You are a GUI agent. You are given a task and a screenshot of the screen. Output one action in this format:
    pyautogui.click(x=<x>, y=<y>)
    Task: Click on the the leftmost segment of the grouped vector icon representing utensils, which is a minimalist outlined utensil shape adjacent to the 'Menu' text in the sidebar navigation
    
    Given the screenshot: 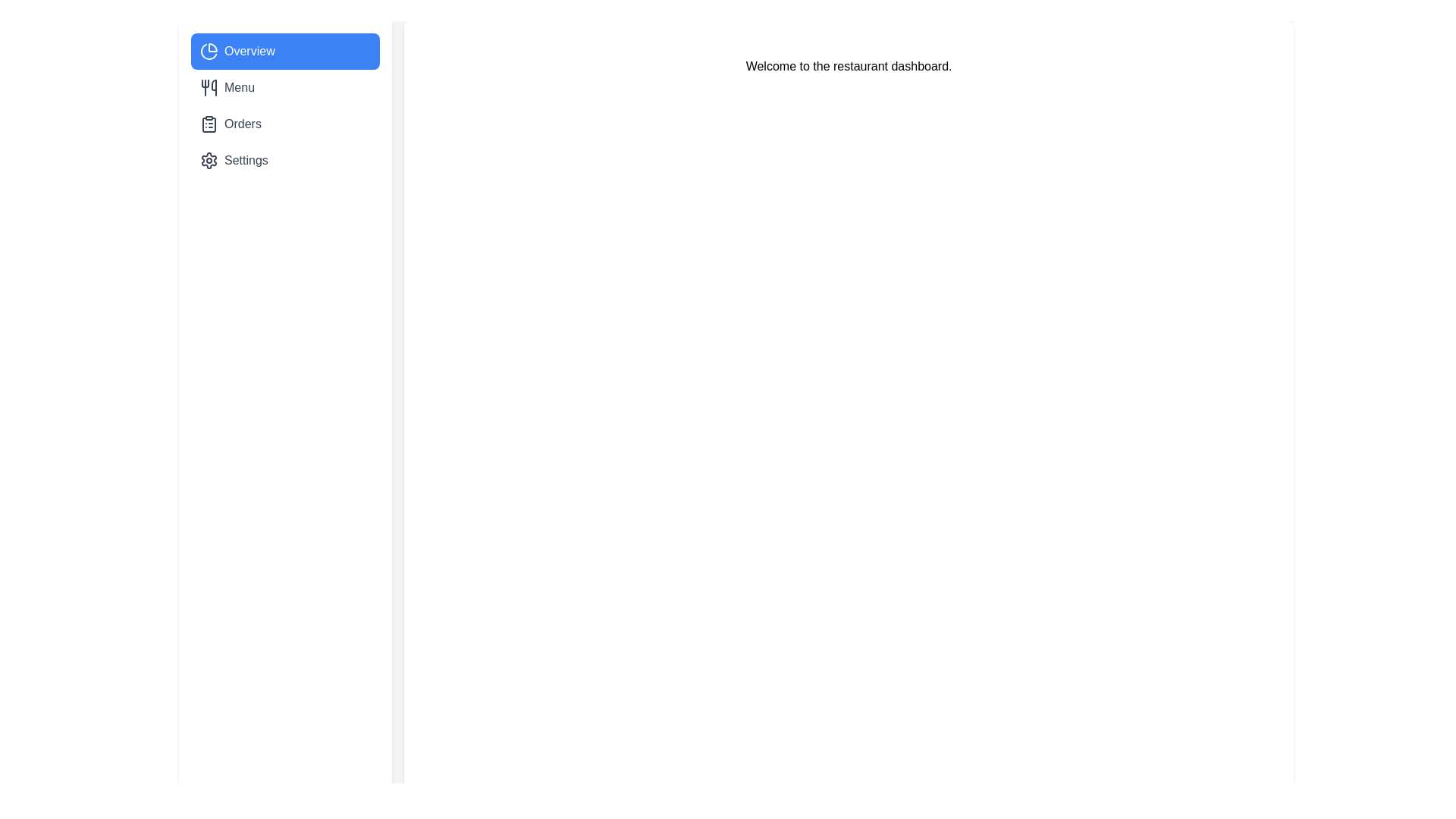 What is the action you would take?
    pyautogui.click(x=204, y=83)
    